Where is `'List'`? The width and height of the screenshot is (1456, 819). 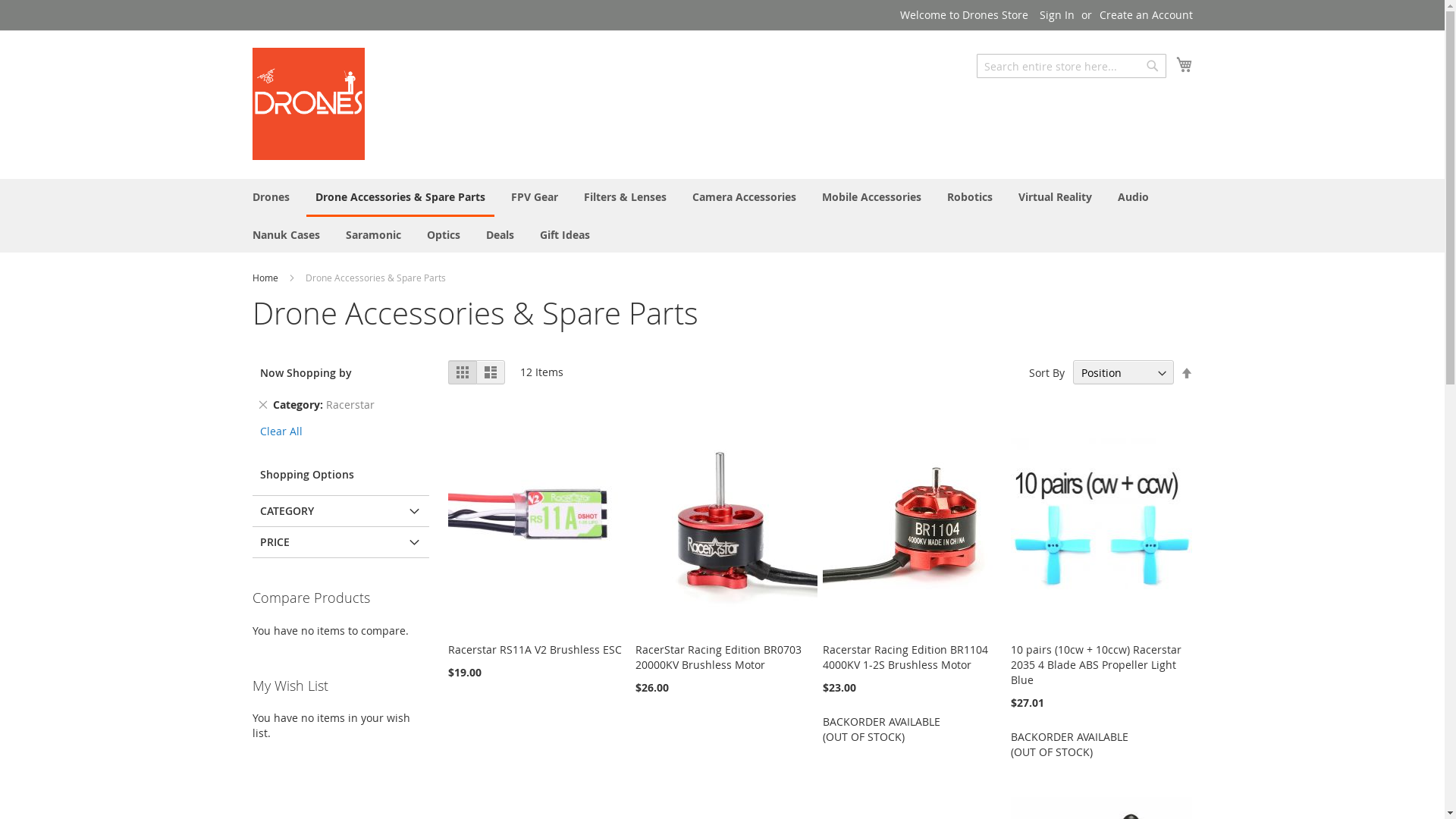 'List' is located at coordinates (475, 372).